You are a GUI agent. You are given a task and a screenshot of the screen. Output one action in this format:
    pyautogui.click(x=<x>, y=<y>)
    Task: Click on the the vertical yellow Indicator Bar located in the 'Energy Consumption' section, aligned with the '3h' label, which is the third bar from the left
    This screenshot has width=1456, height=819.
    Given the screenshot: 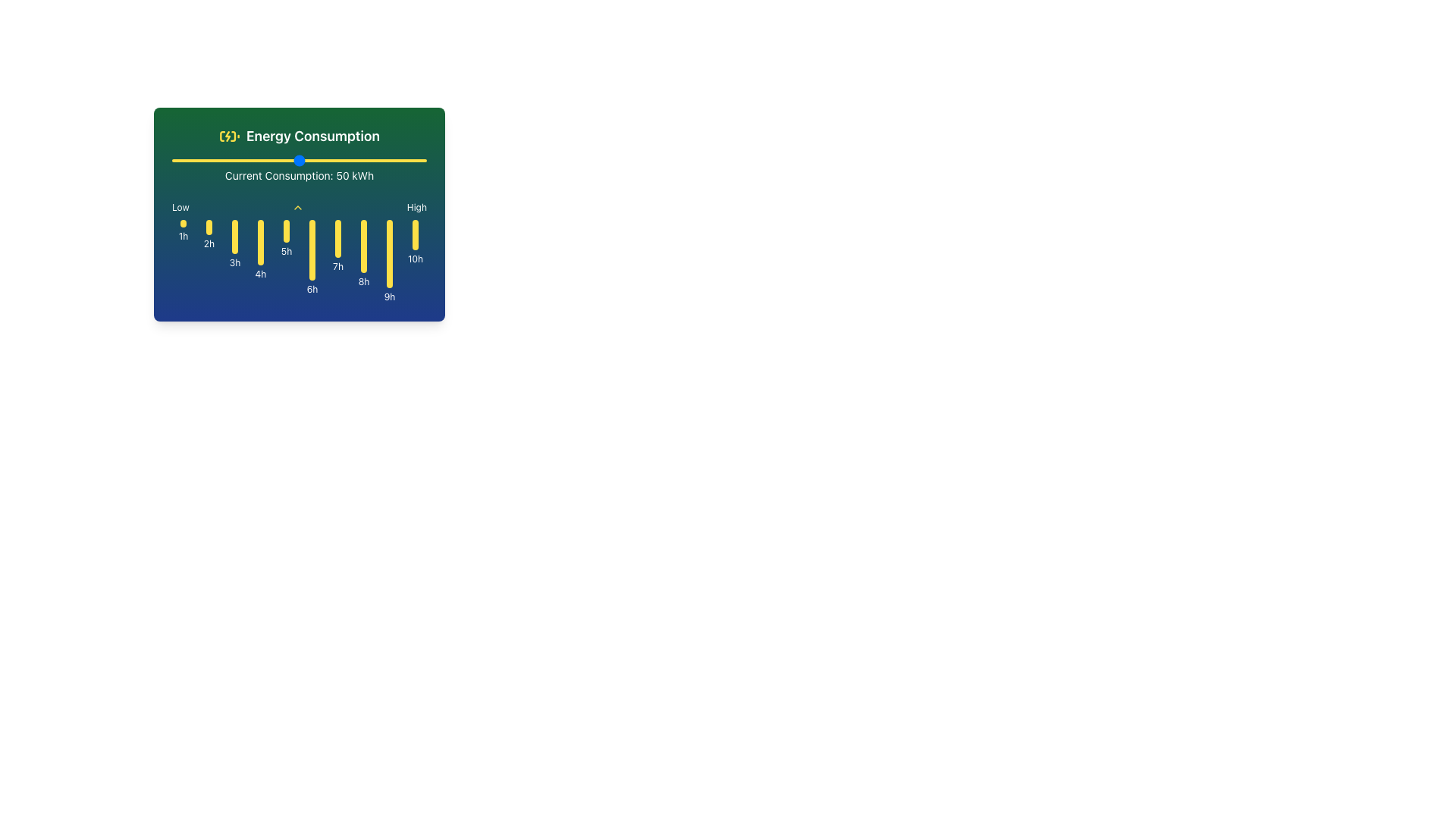 What is the action you would take?
    pyautogui.click(x=234, y=237)
    